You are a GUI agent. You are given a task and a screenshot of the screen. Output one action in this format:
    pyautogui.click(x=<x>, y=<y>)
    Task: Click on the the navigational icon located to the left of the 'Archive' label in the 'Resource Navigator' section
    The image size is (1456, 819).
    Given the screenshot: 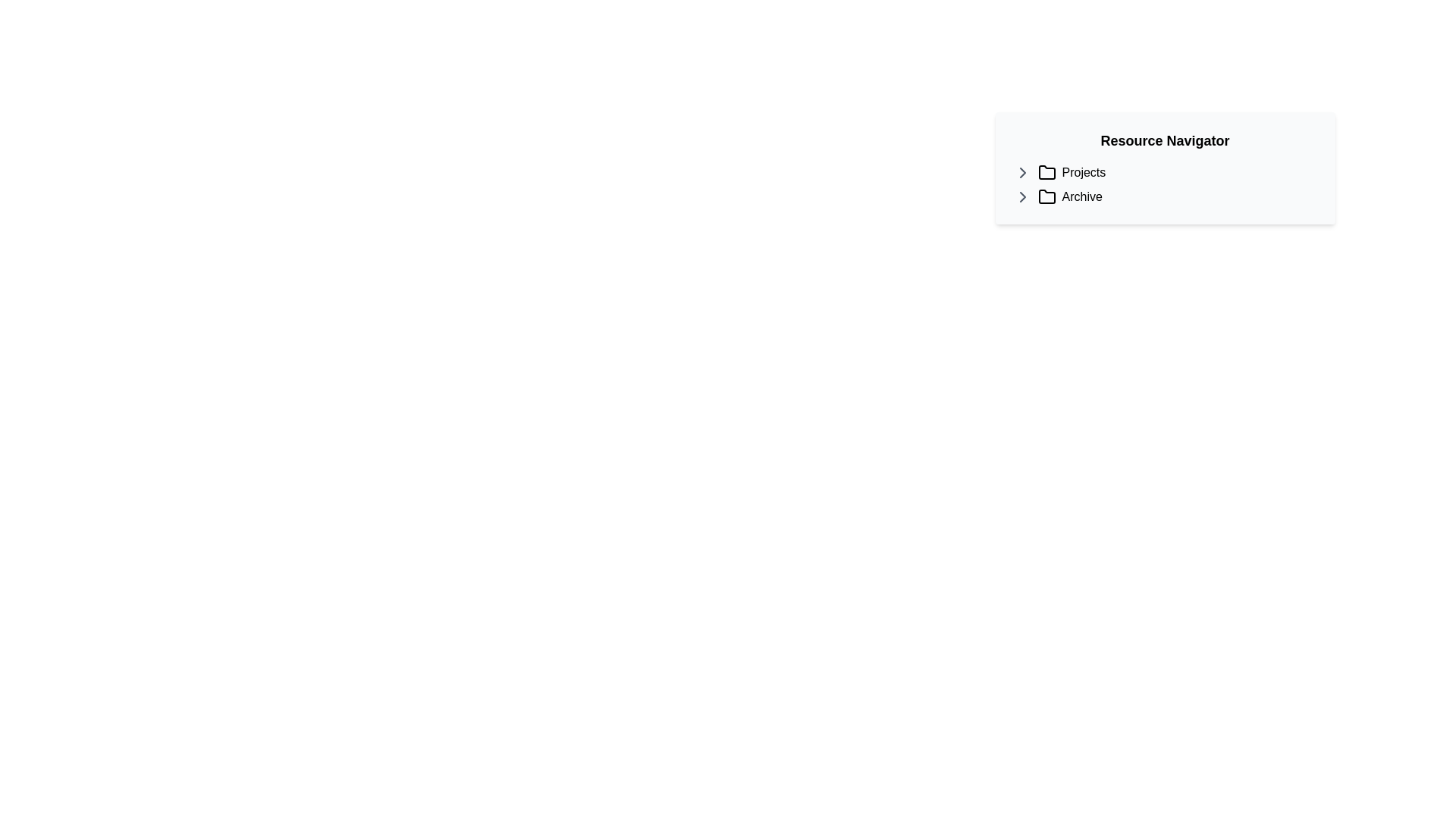 What is the action you would take?
    pyautogui.click(x=1022, y=196)
    